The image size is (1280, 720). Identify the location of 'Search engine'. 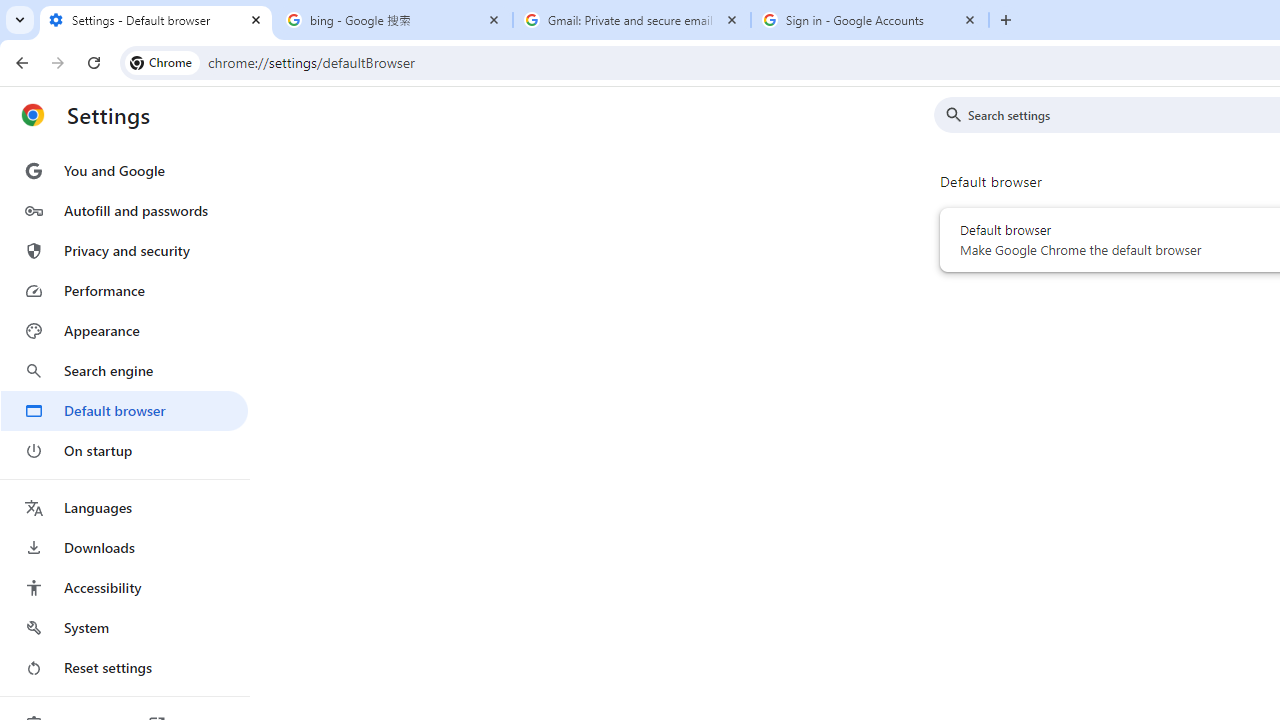
(123, 371).